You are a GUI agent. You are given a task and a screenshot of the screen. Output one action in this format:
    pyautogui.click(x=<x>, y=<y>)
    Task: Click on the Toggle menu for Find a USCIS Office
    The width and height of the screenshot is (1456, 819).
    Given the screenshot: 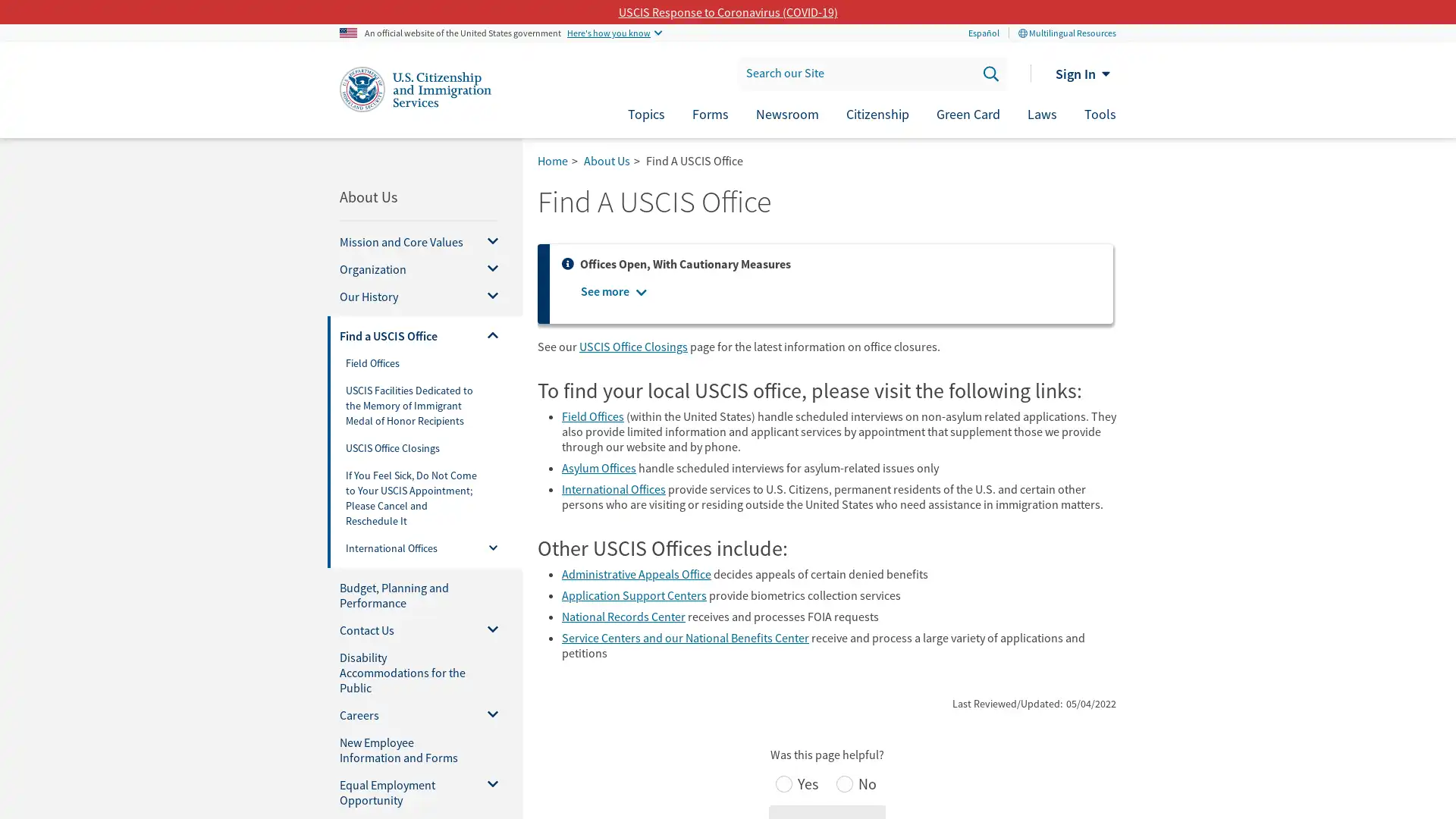 What is the action you would take?
    pyautogui.click(x=487, y=335)
    